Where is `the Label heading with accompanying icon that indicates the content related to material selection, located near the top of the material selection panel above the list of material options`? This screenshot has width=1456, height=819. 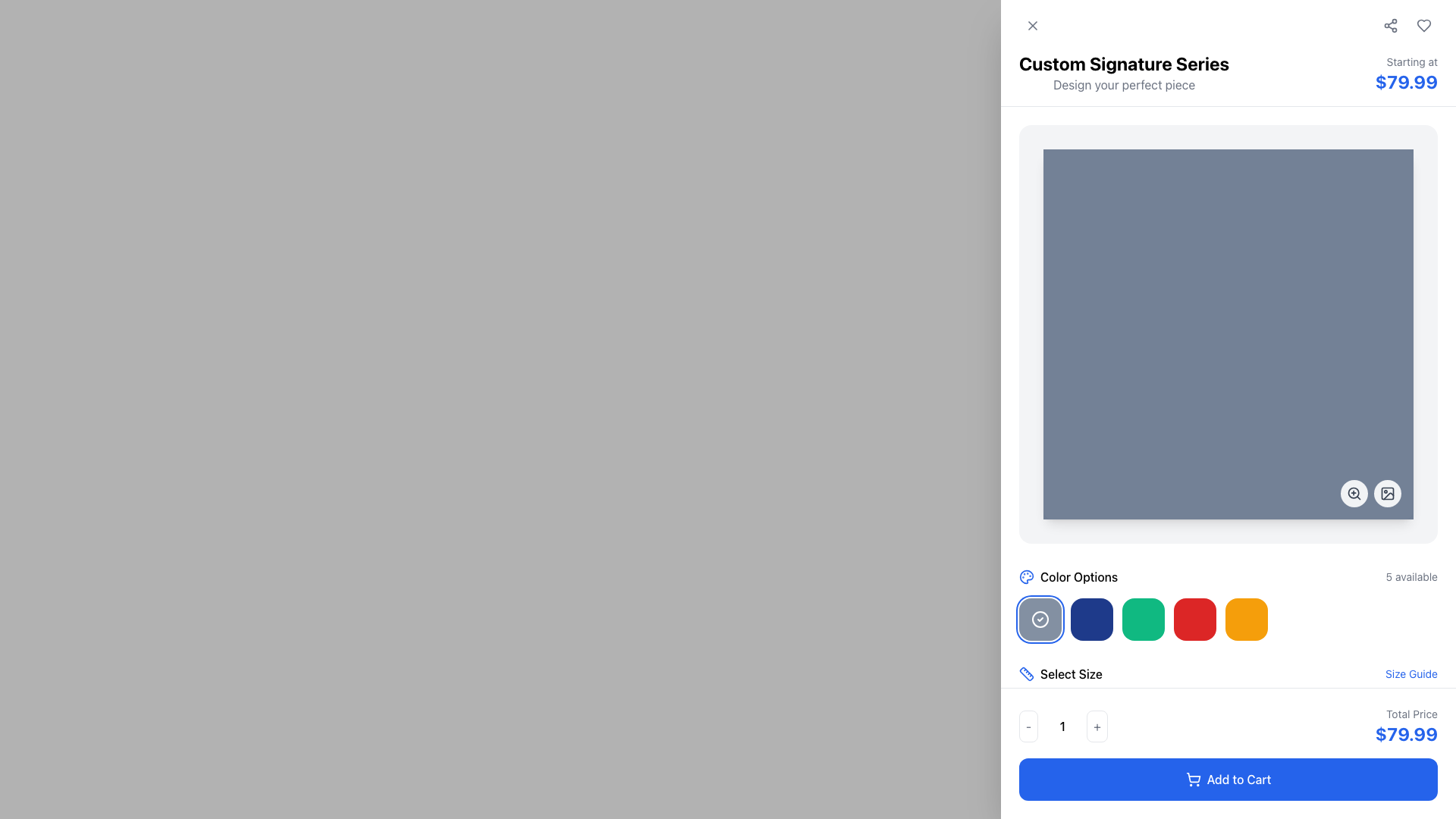
the Label heading with accompanying icon that indicates the content related to material selection, located near the top of the material selection panel above the list of material options is located at coordinates (1228, 765).